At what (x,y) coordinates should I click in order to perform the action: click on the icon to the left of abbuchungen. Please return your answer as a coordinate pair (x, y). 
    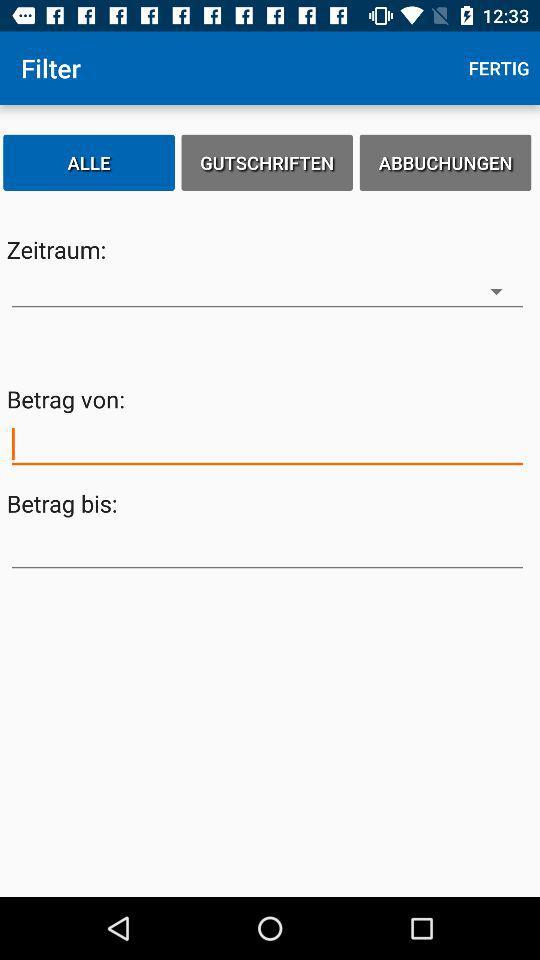
    Looking at the image, I should click on (267, 161).